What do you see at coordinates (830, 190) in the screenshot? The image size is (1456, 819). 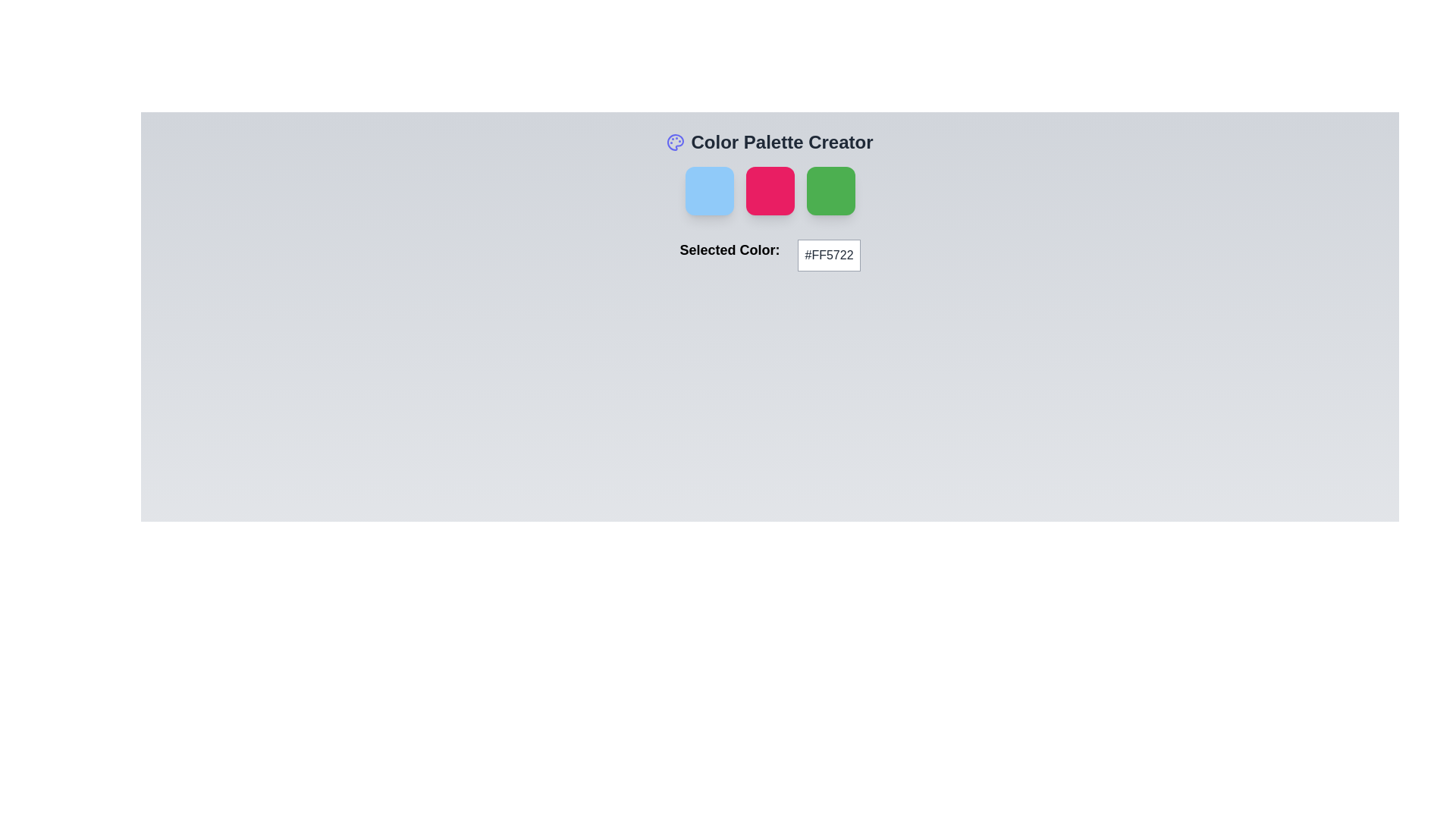 I see `the third square component on the right side of the color palette creator interface` at bounding box center [830, 190].